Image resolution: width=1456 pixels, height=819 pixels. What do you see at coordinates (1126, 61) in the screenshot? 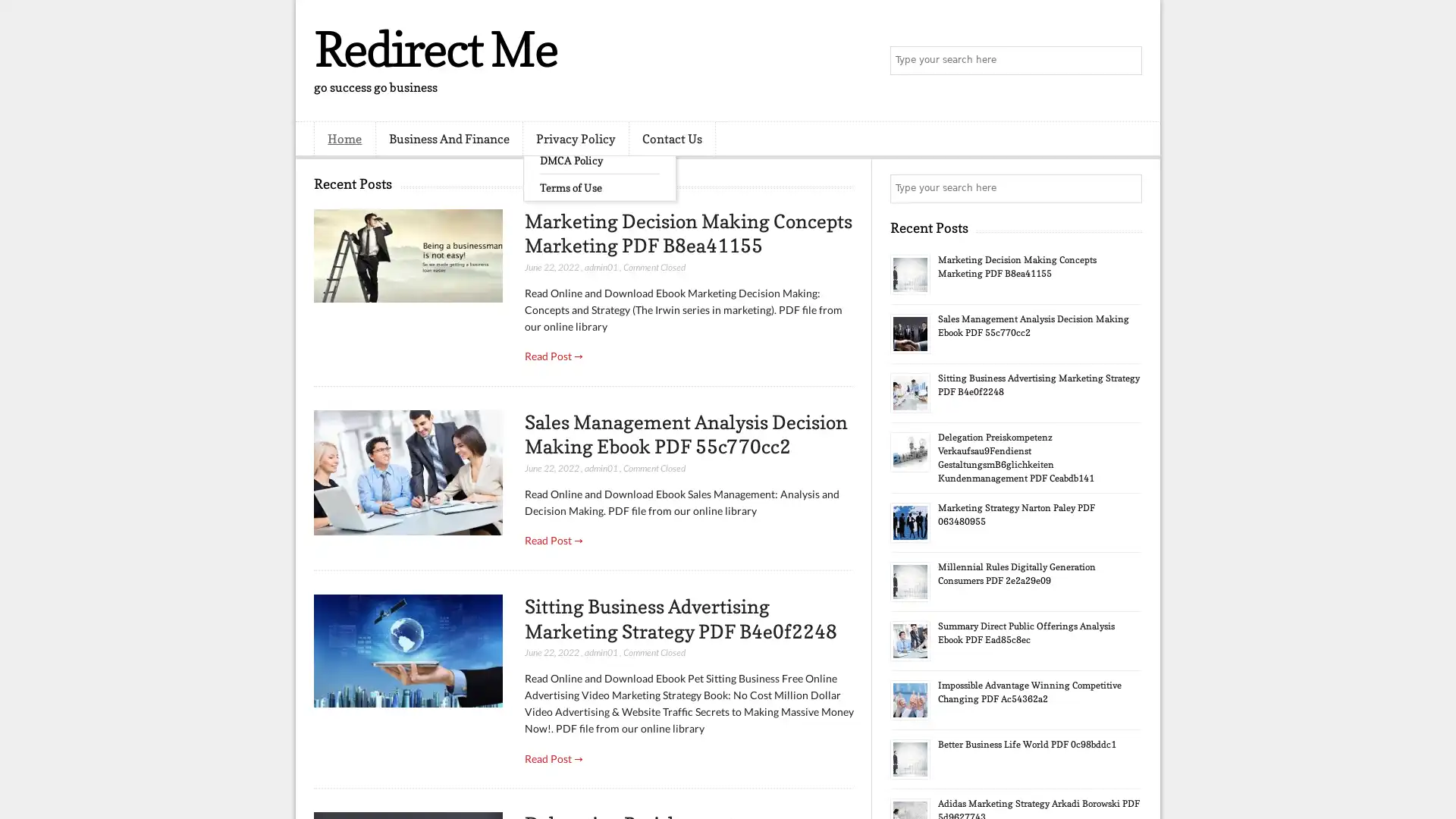
I see `Search` at bounding box center [1126, 61].